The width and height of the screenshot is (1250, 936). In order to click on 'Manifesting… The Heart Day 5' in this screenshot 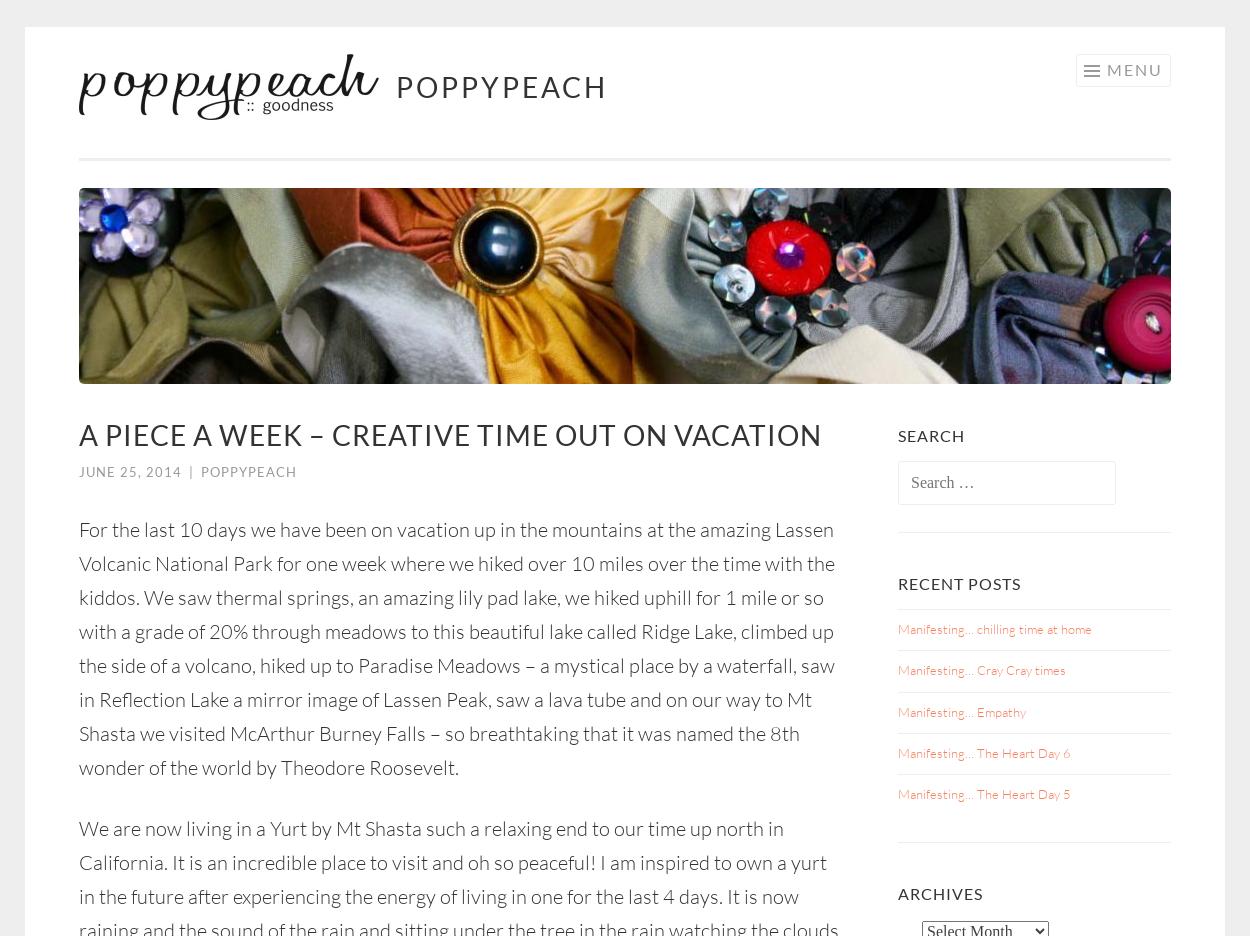, I will do `click(983, 791)`.